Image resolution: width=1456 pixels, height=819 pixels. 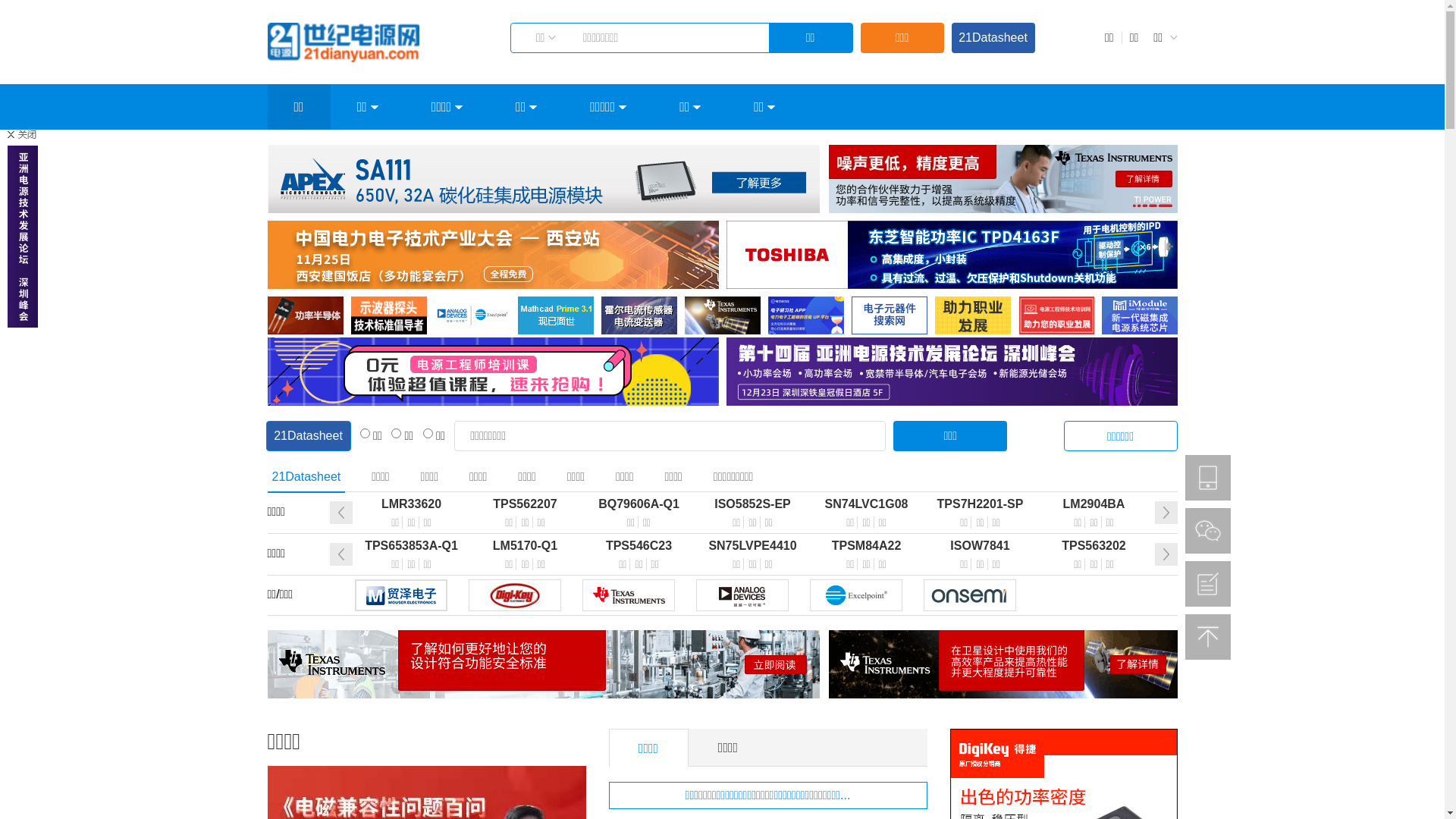 What do you see at coordinates (411, 546) in the screenshot?
I see `'TPS653853A-Q1'` at bounding box center [411, 546].